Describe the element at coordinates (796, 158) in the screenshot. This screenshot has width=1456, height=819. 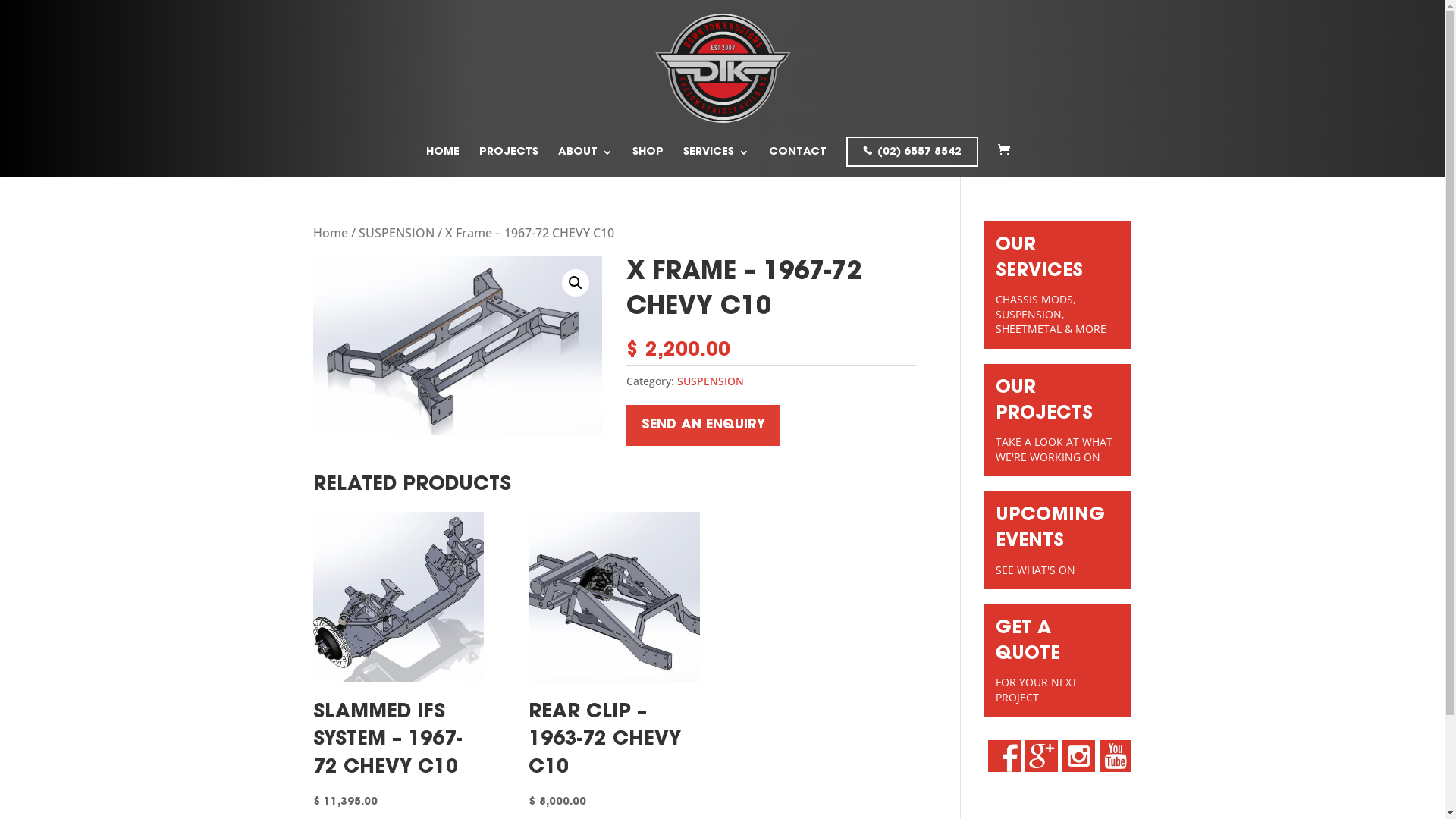
I see `'CONTACT'` at that location.